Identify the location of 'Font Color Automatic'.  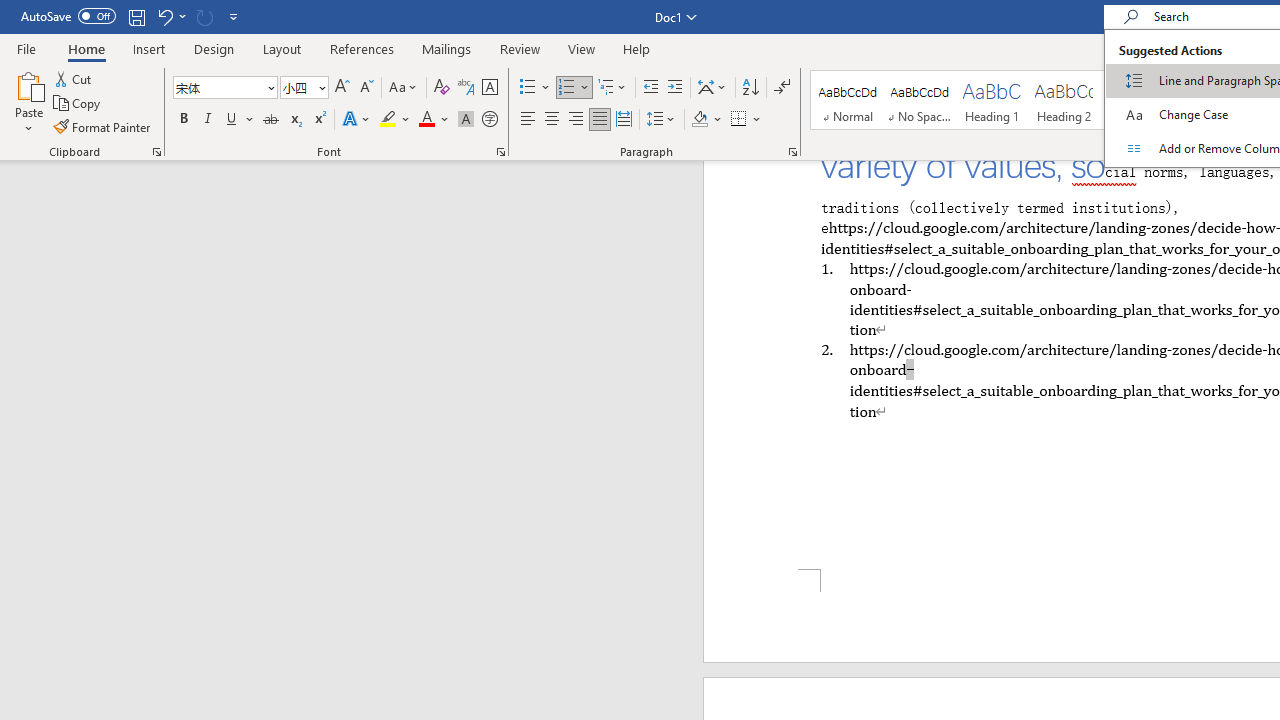
(425, 119).